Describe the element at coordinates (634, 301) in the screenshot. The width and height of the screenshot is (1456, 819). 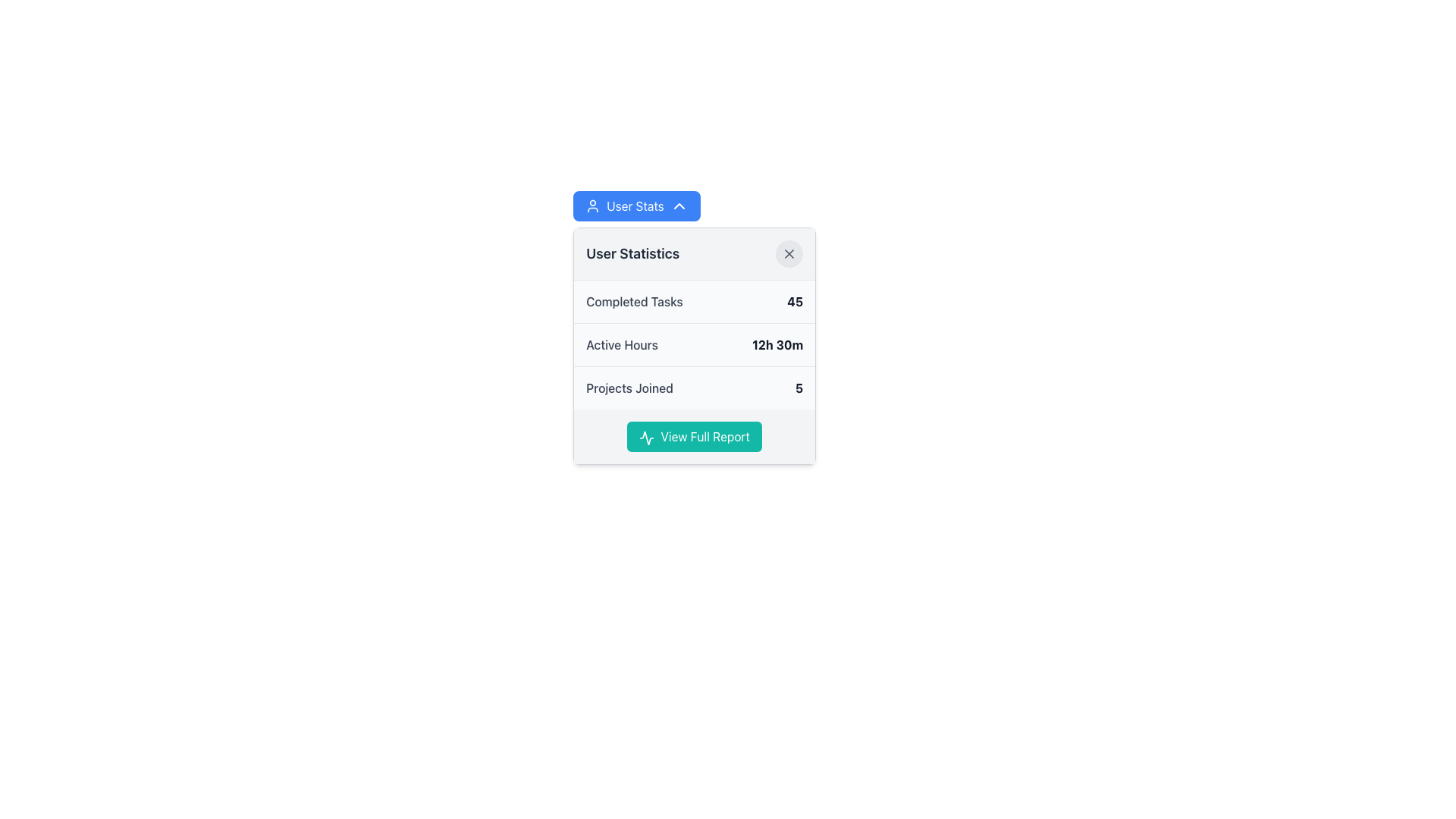
I see `the text label indicating the number of tasks completed, which is located to the left of the bold numeral '45' in the statistics panel` at that location.